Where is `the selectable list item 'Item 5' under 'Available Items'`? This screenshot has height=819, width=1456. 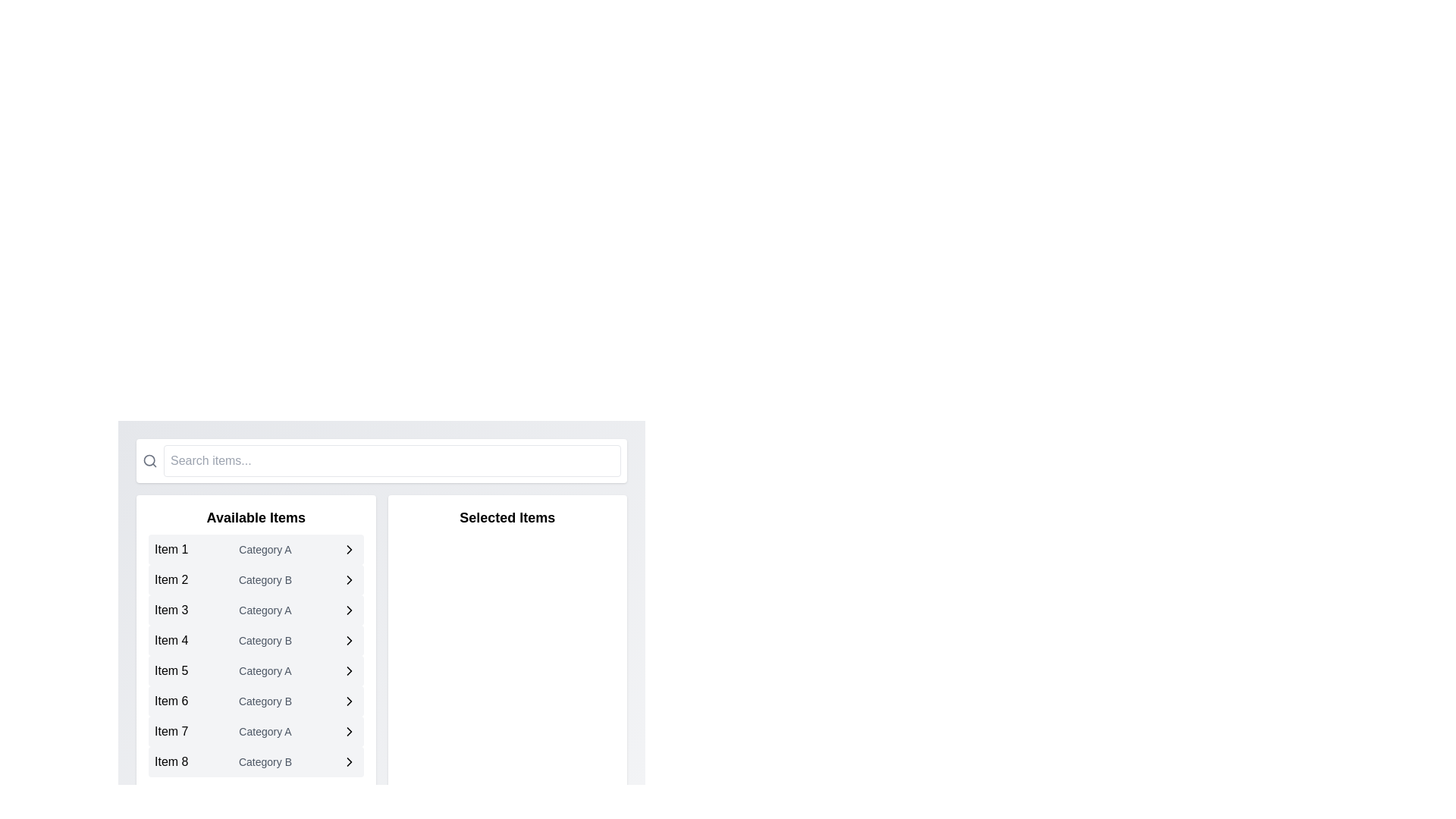
the selectable list item 'Item 5' under 'Available Items' is located at coordinates (256, 670).